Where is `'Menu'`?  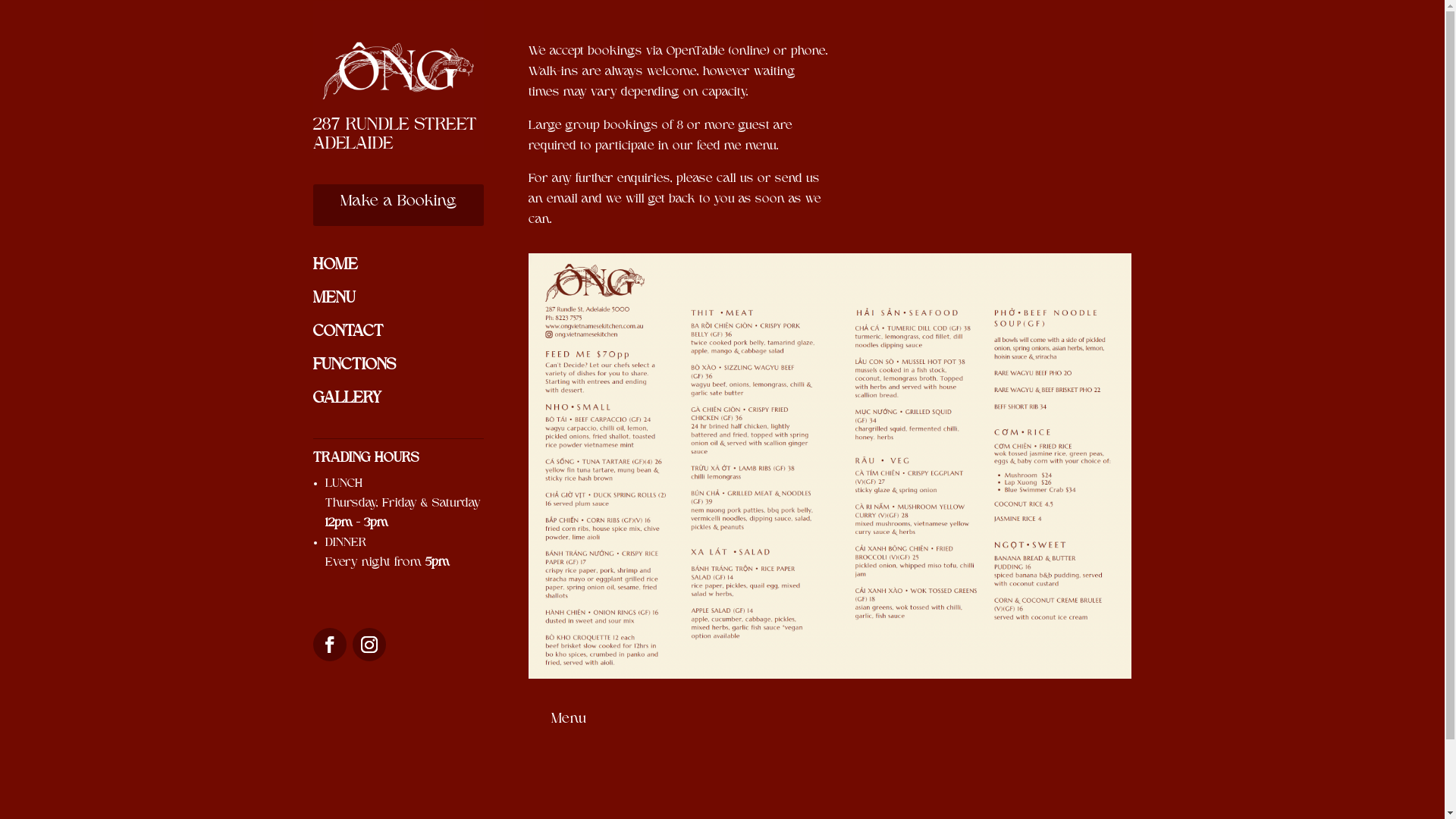 'Menu' is located at coordinates (567, 718).